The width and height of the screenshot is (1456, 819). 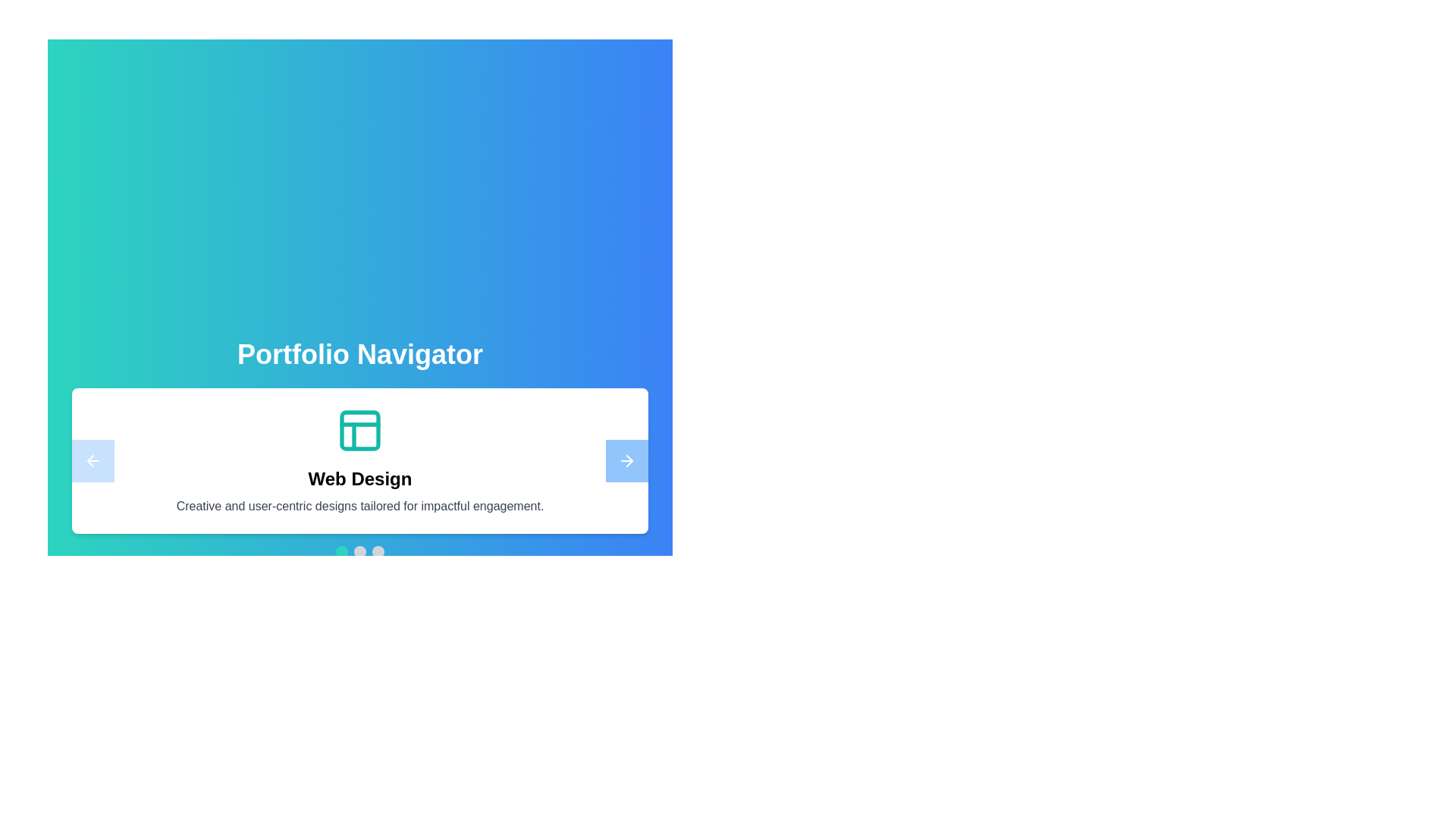 What do you see at coordinates (93, 460) in the screenshot?
I see `the navigation button to move to the left project` at bounding box center [93, 460].